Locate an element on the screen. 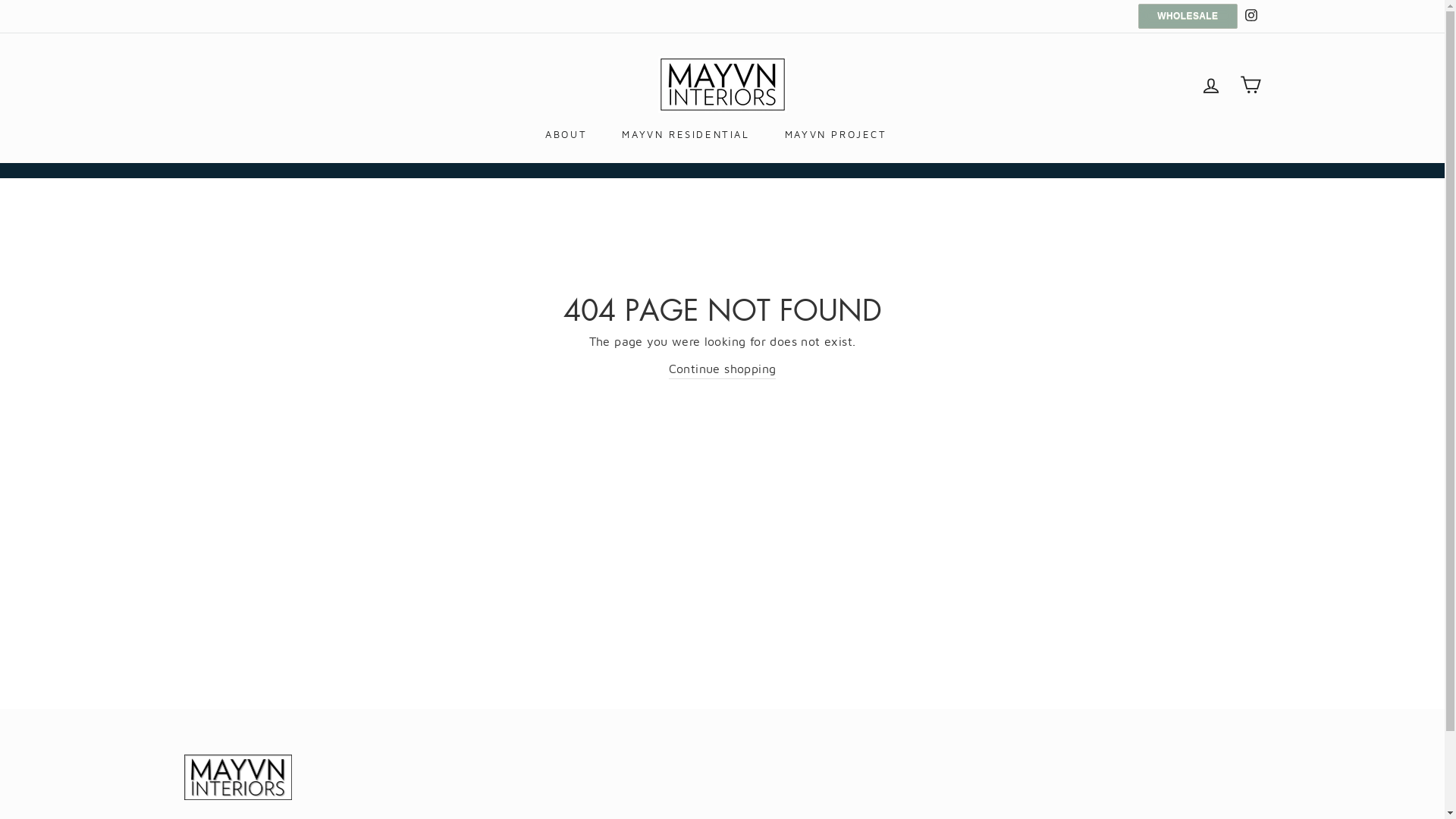 This screenshot has width=1456, height=819. 'WHOLESALE' is located at coordinates (1186, 16).